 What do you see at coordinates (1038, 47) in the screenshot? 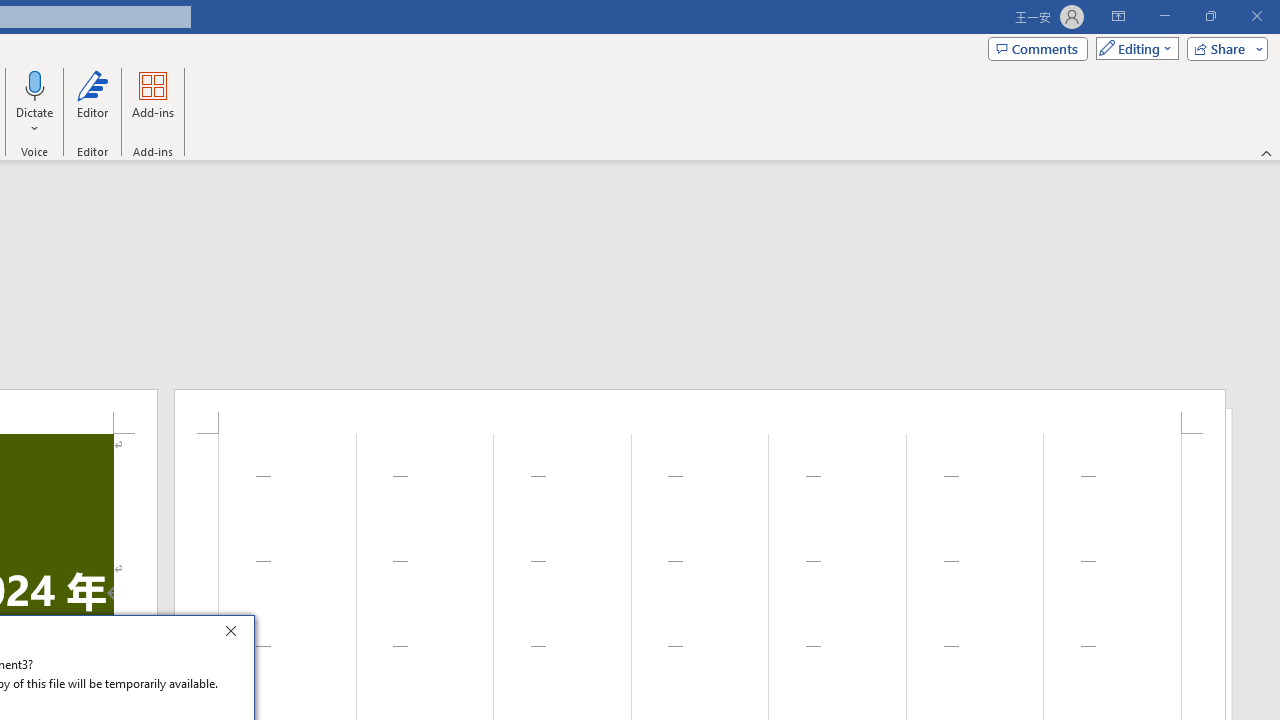
I see `'Comments'` at bounding box center [1038, 47].